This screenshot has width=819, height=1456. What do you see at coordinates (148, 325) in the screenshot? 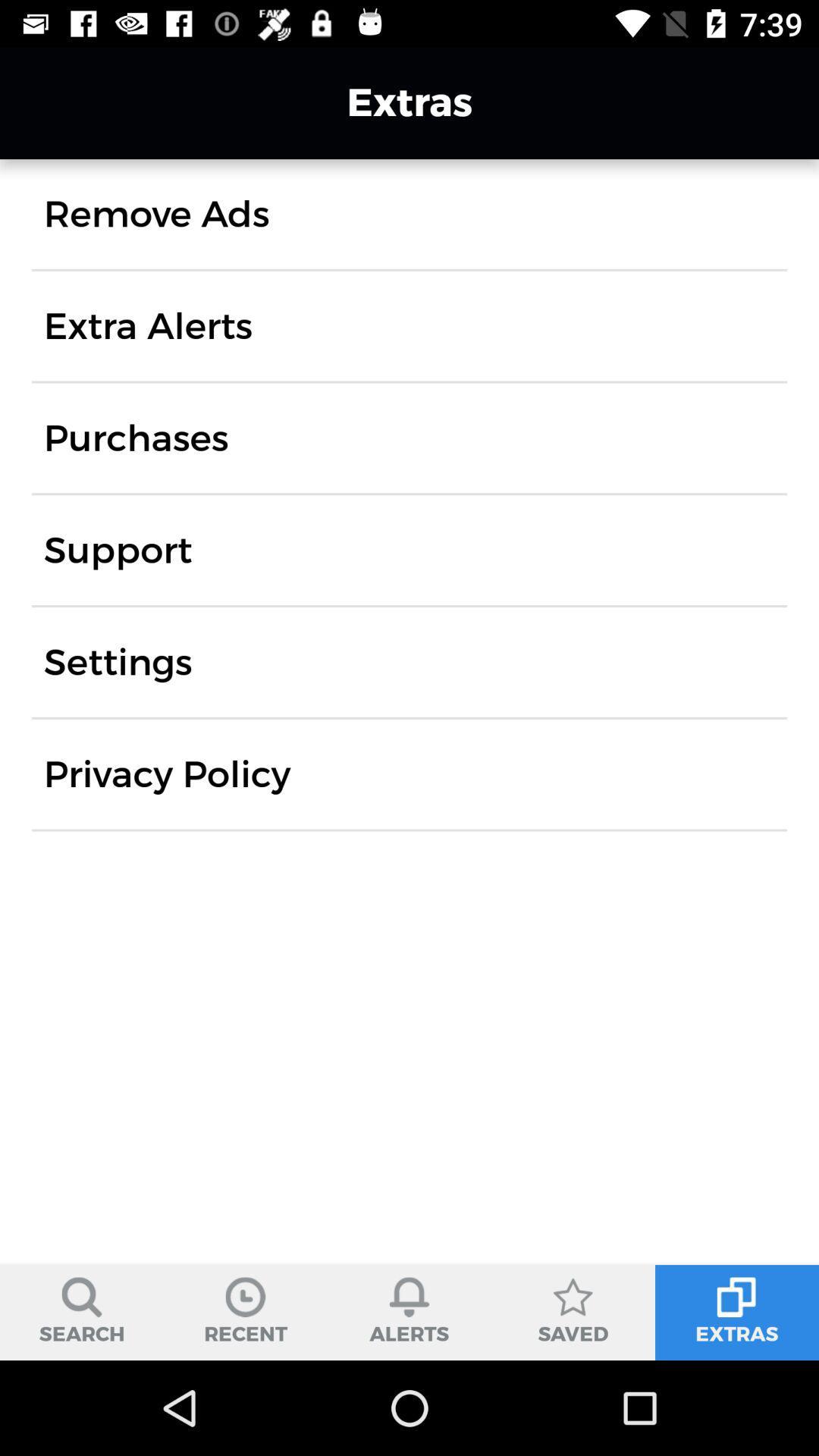
I see `extra alerts item` at bounding box center [148, 325].